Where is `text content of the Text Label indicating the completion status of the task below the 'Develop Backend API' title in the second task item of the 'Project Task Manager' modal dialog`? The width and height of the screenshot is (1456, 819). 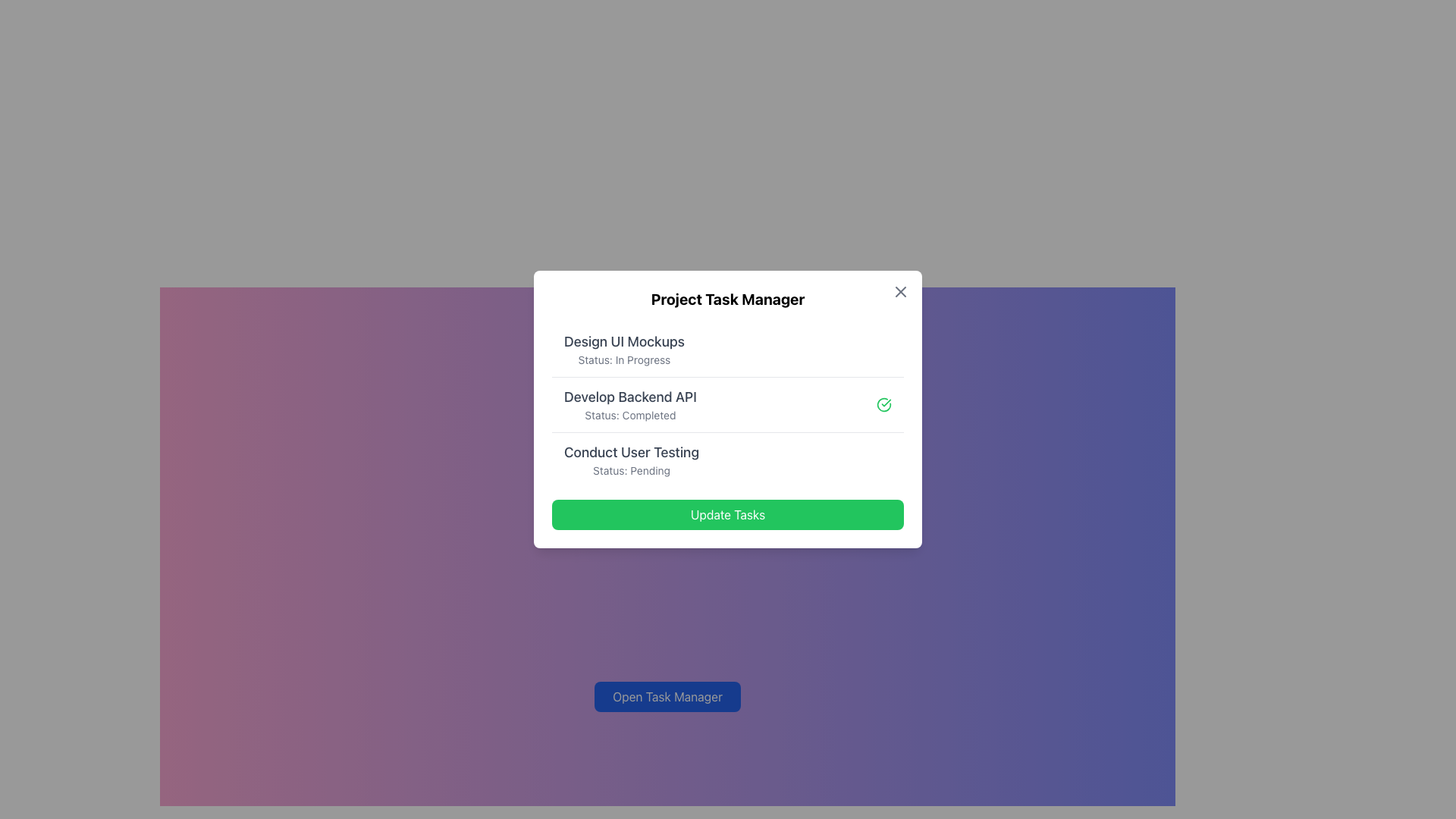
text content of the Text Label indicating the completion status of the task below the 'Develop Backend API' title in the second task item of the 'Project Task Manager' modal dialog is located at coordinates (630, 415).